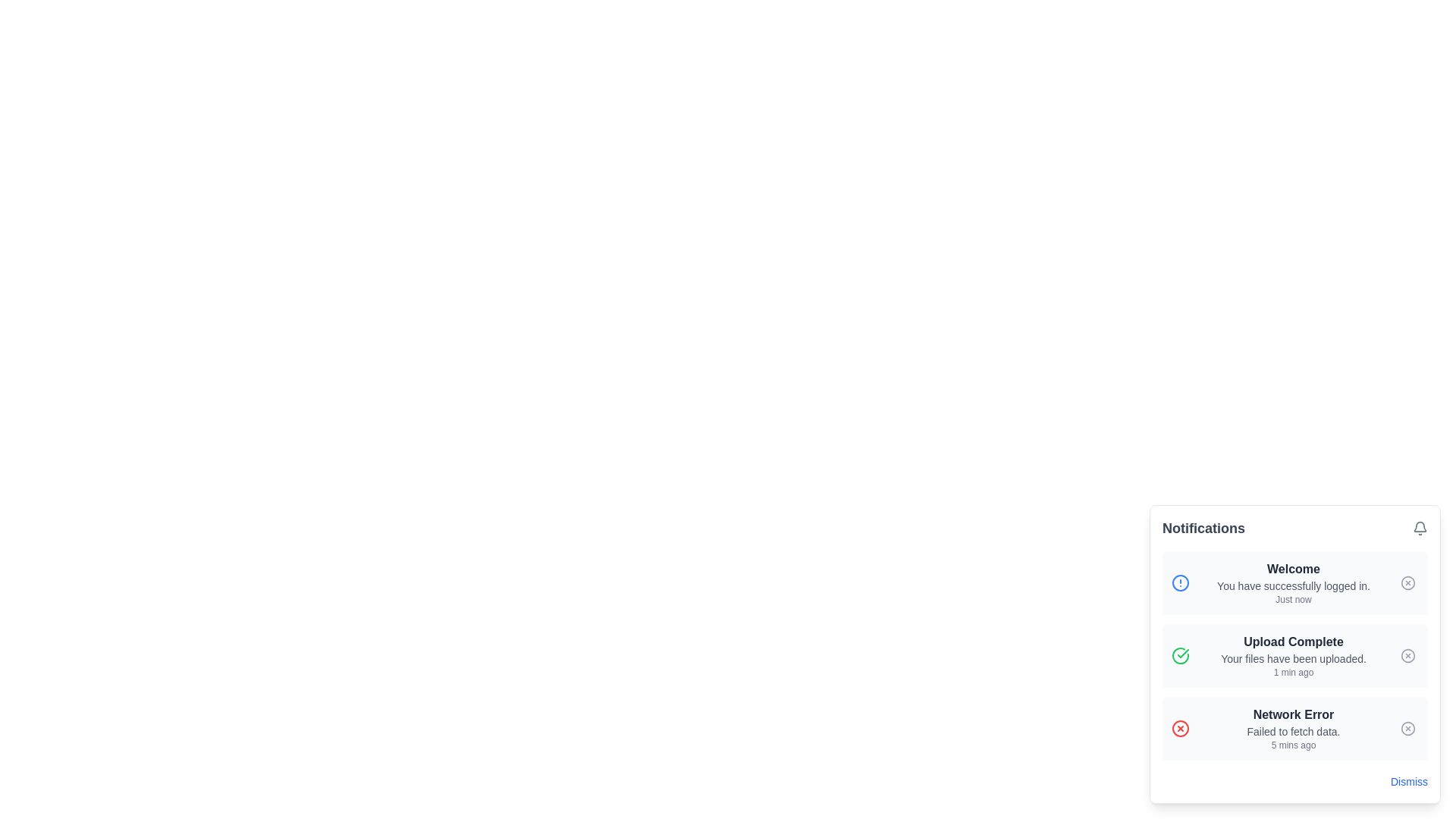 This screenshot has height=819, width=1456. What do you see at coordinates (1179, 582) in the screenshot?
I see `the SVG Circle that visually represents the alert state associated with the first notification in the notification list, located next to the label 'Welcome'` at bounding box center [1179, 582].